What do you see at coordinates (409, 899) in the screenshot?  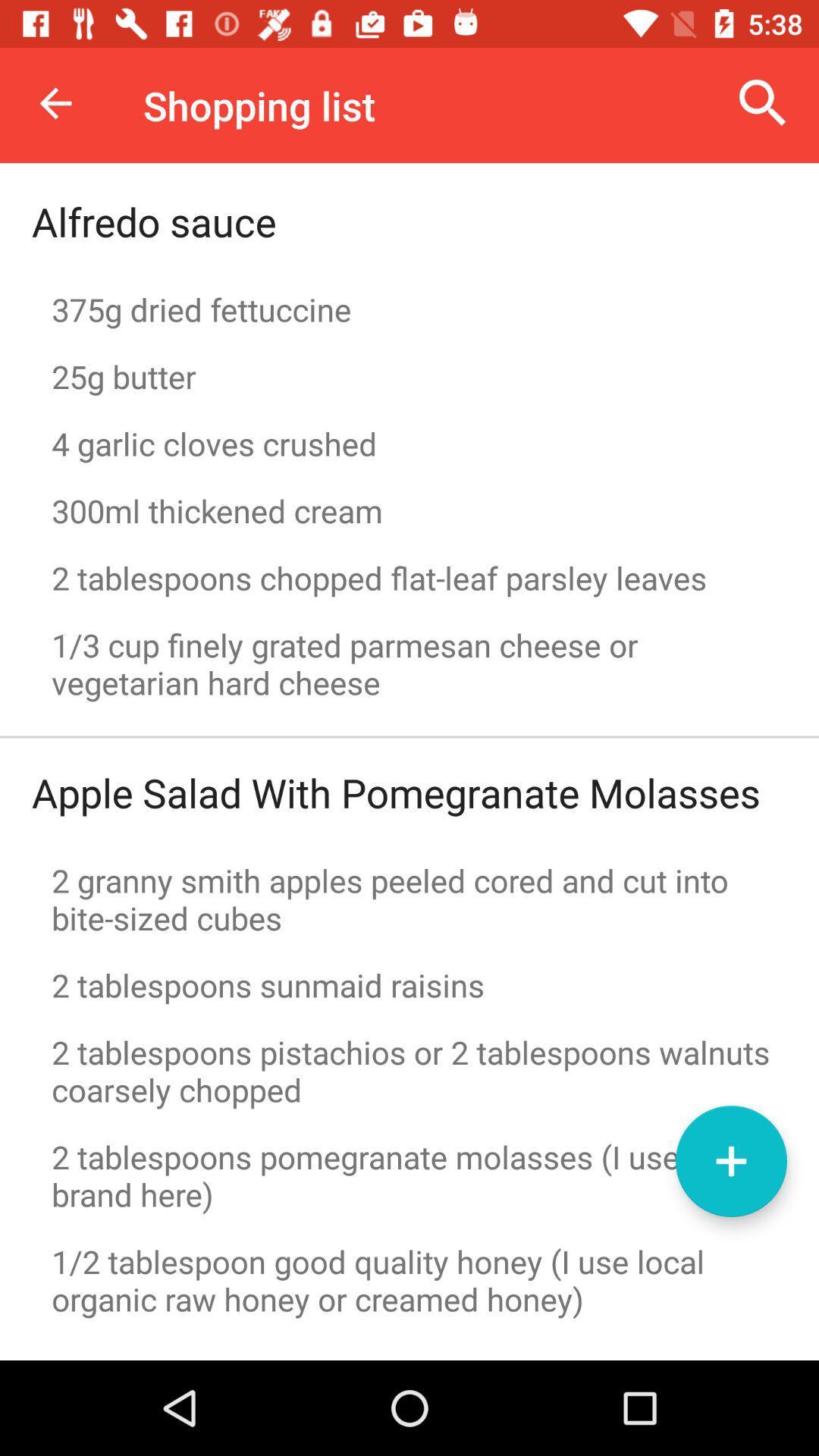 I see `item above 2 tablespoons sunmaid icon` at bounding box center [409, 899].